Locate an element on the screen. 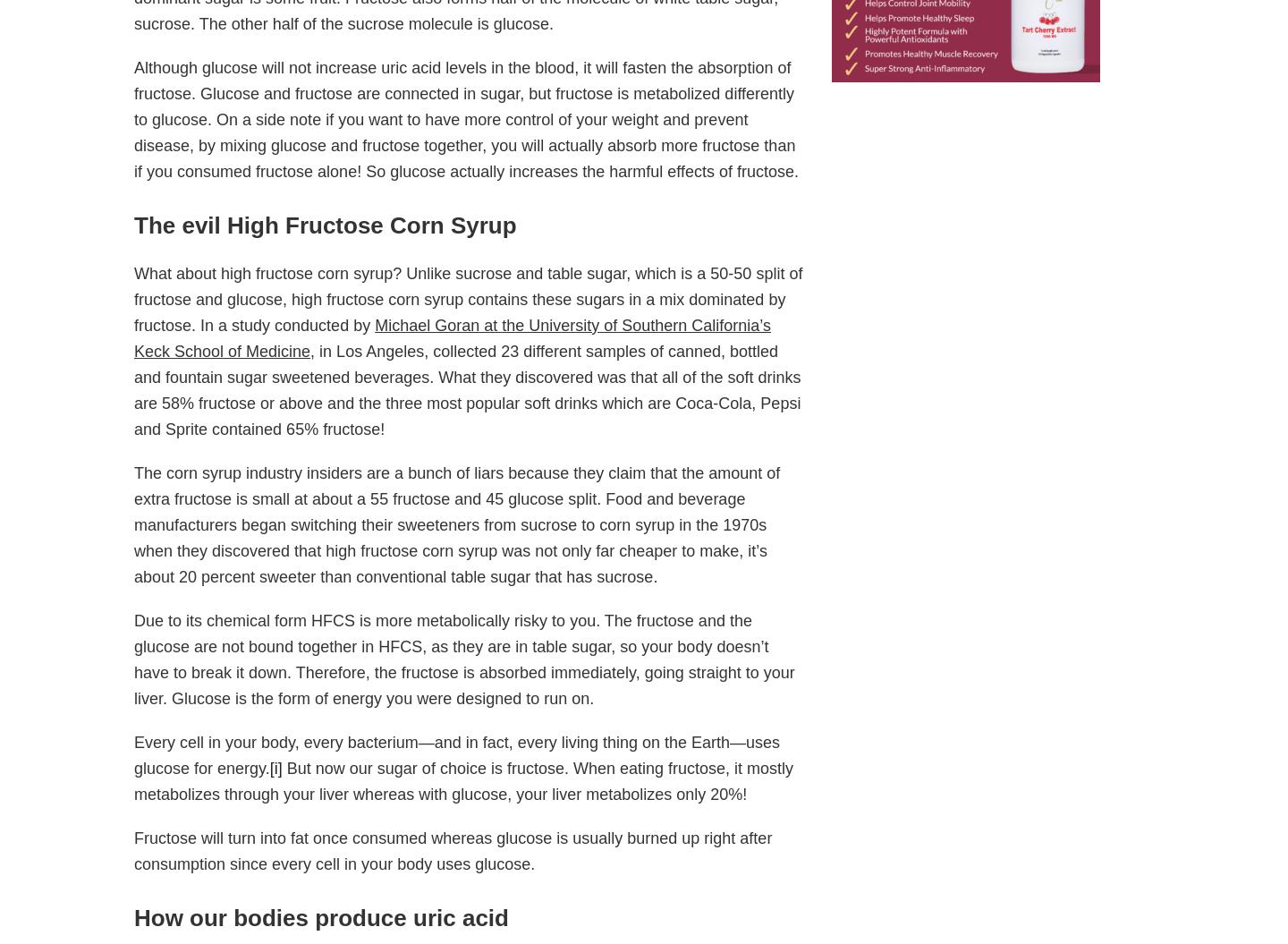 Image resolution: width=1288 pixels, height=944 pixels. 'Although glucose will not increase uric acid levels in the blood, it will fasten the absorption of fructose. Glucose and fructose are connected in sugar, but fructose is metabolized differently to glucose. On a side note if you want to have more control of your weight and prevent disease, by mixing glucose and fructose together, you will actually absorb more fructose than if you consumed fructose alone! So glucose actually increases the harmful effects of fructose.' is located at coordinates (465, 119).